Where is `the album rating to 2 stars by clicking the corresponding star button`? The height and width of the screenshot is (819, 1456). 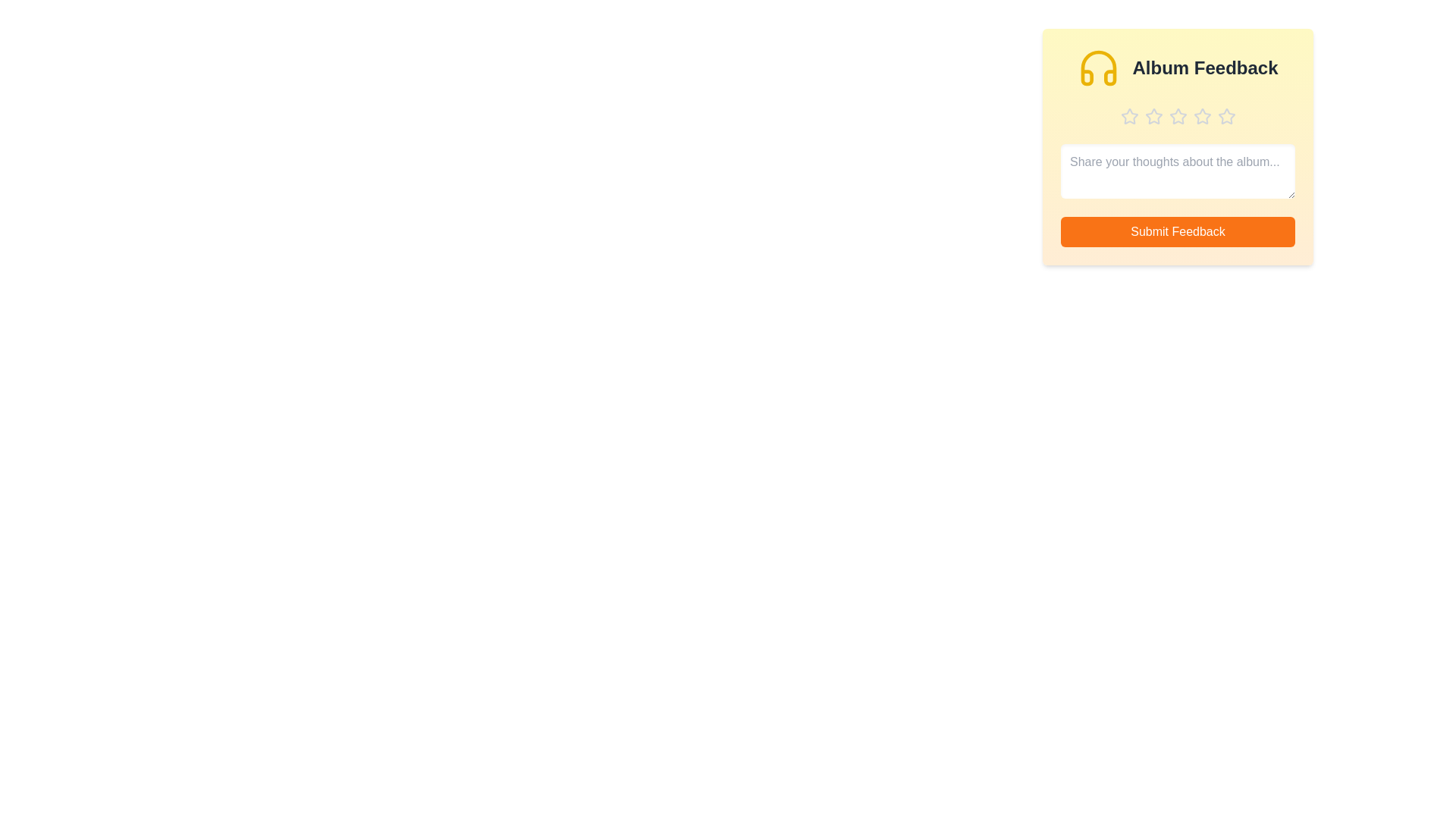
the album rating to 2 stars by clicking the corresponding star button is located at coordinates (1153, 116).